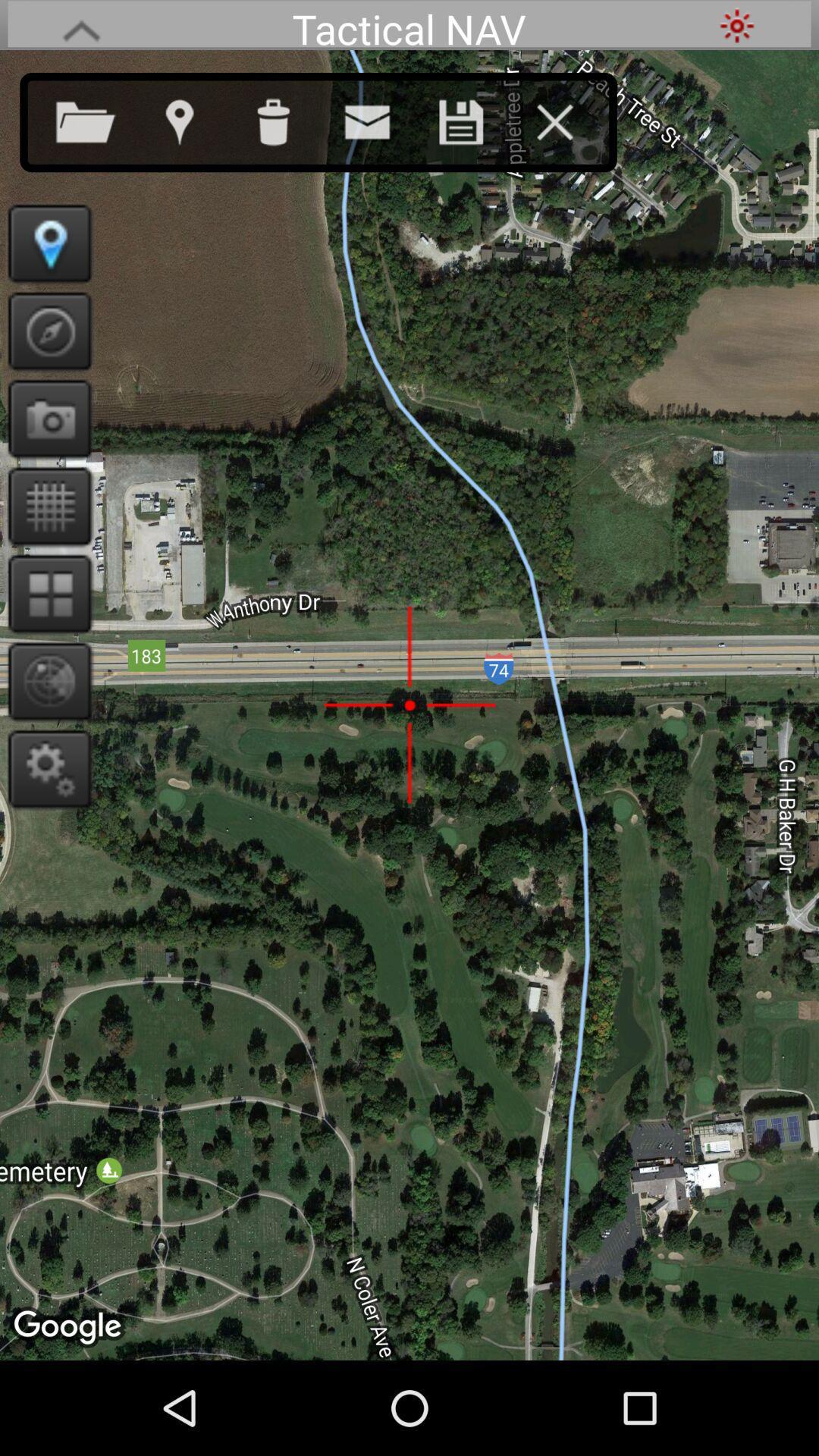  What do you see at coordinates (101, 118) in the screenshot?
I see `open file` at bounding box center [101, 118].